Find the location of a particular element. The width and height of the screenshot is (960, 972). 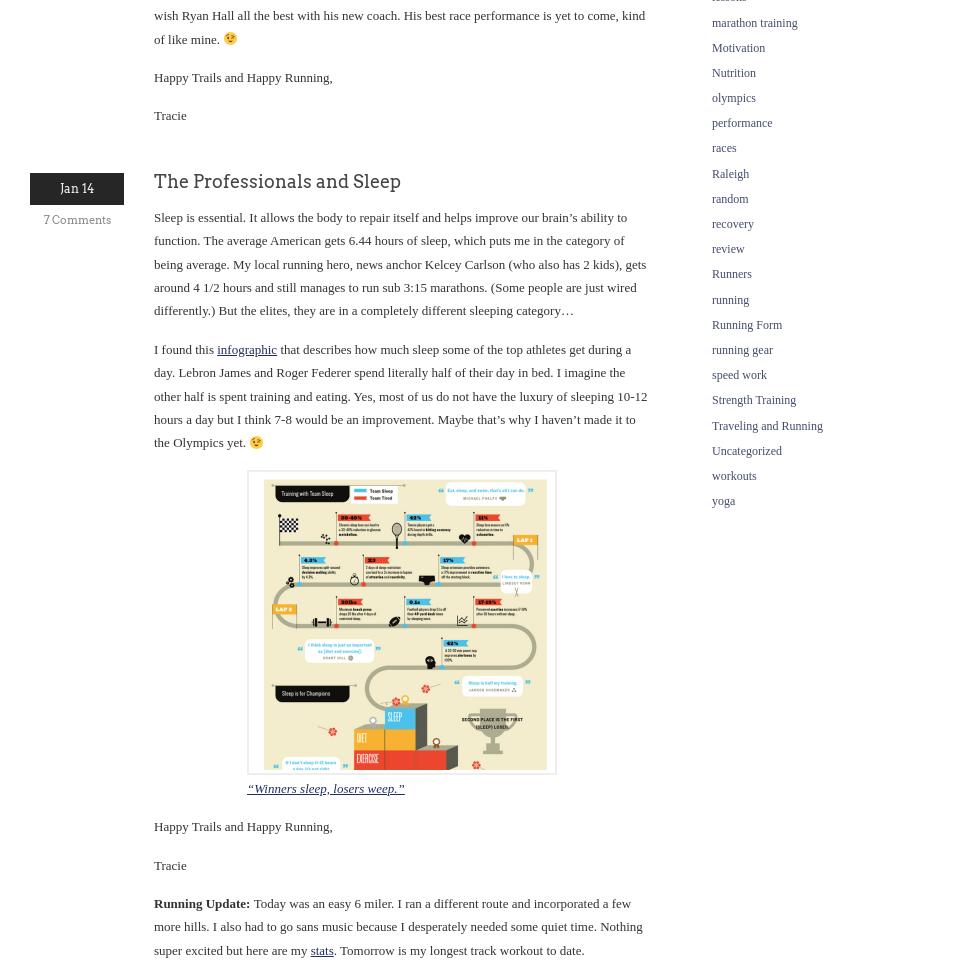

'Motivation' is located at coordinates (737, 47).